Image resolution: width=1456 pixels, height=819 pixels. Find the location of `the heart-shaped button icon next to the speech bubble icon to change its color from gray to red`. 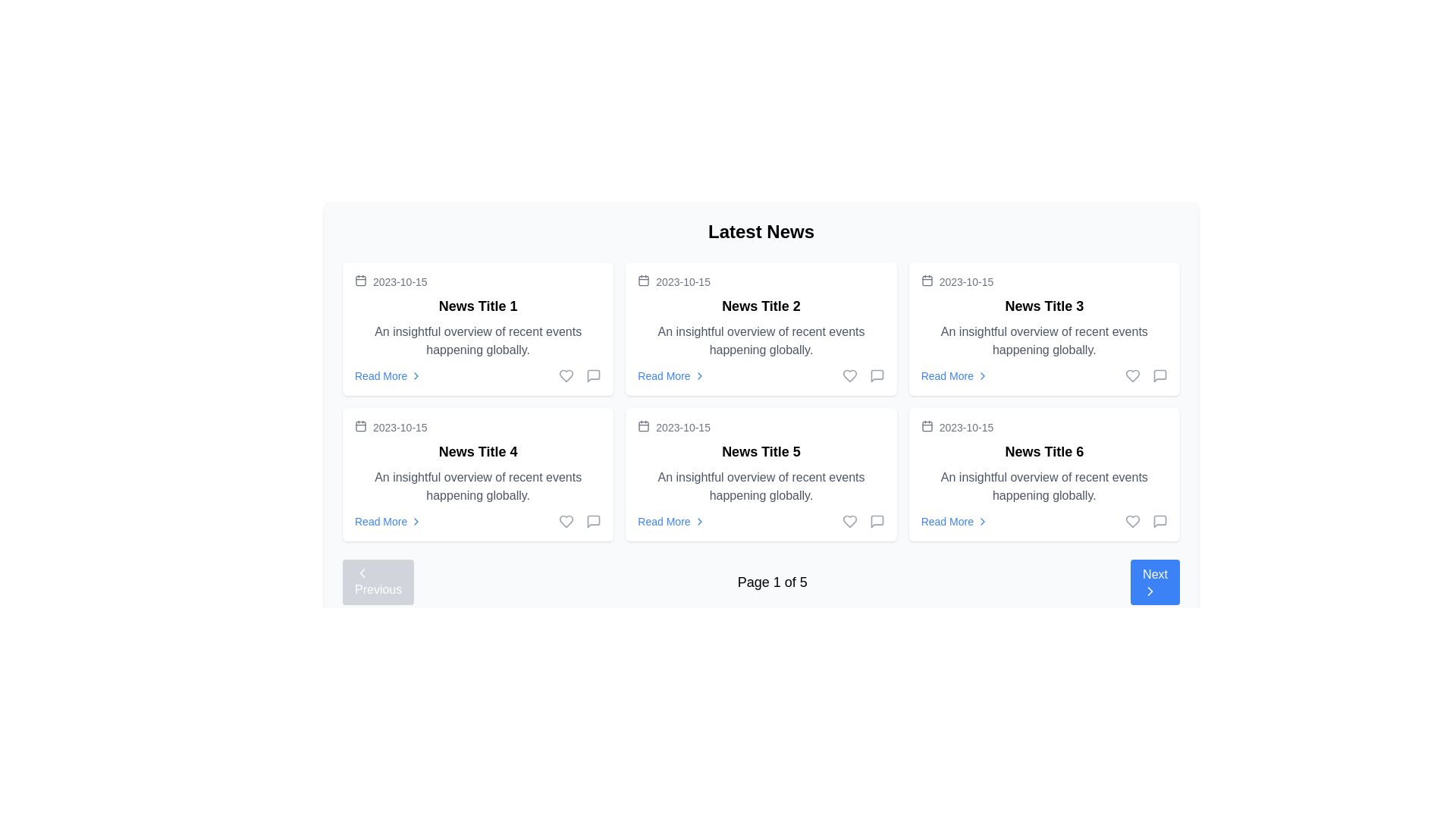

the heart-shaped button icon next to the speech bubble icon to change its color from gray to red is located at coordinates (1132, 375).